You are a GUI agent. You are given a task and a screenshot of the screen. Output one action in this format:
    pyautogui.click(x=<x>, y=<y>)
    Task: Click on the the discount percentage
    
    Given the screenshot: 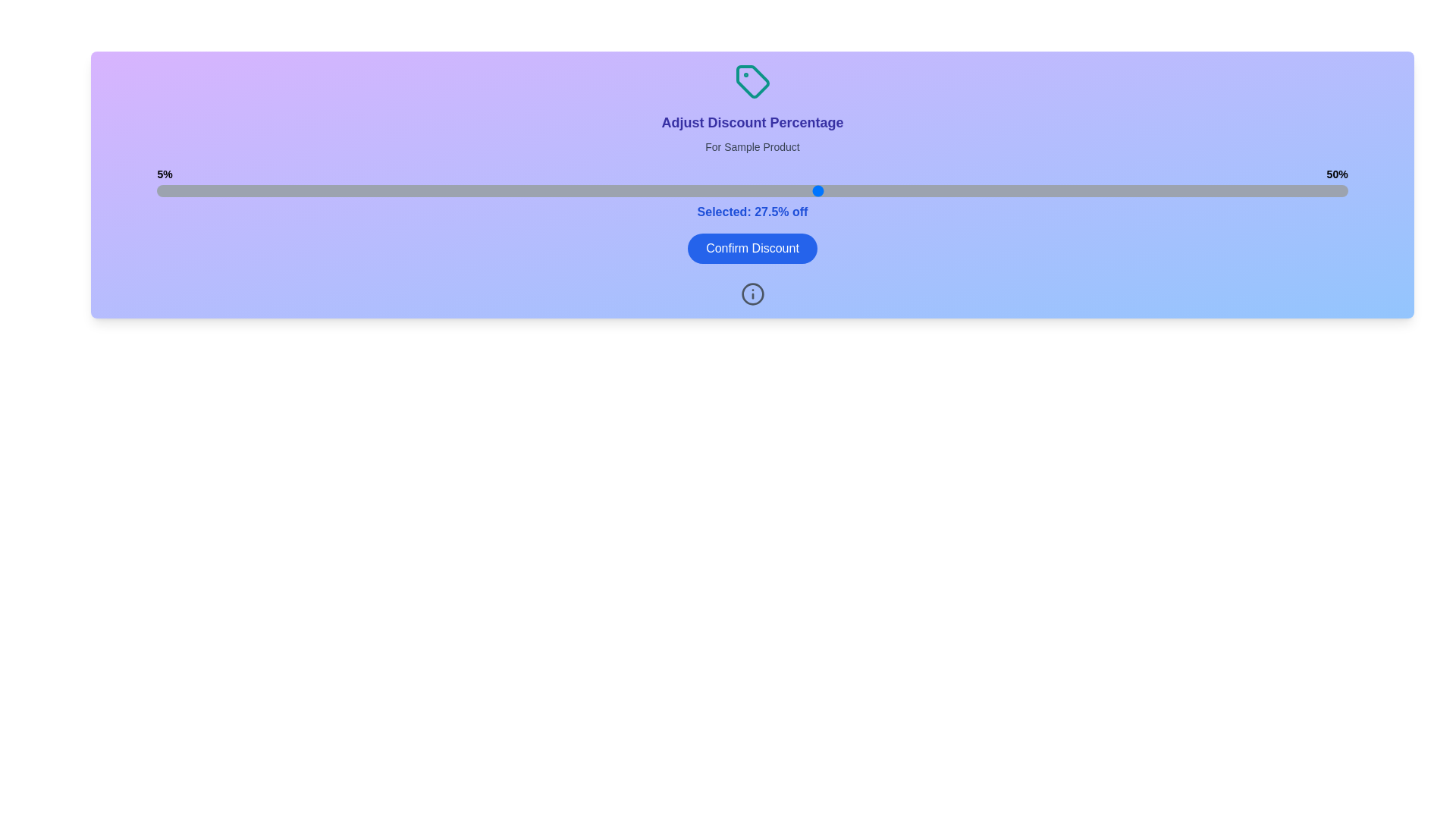 What is the action you would take?
    pyautogui.click(x=633, y=190)
    